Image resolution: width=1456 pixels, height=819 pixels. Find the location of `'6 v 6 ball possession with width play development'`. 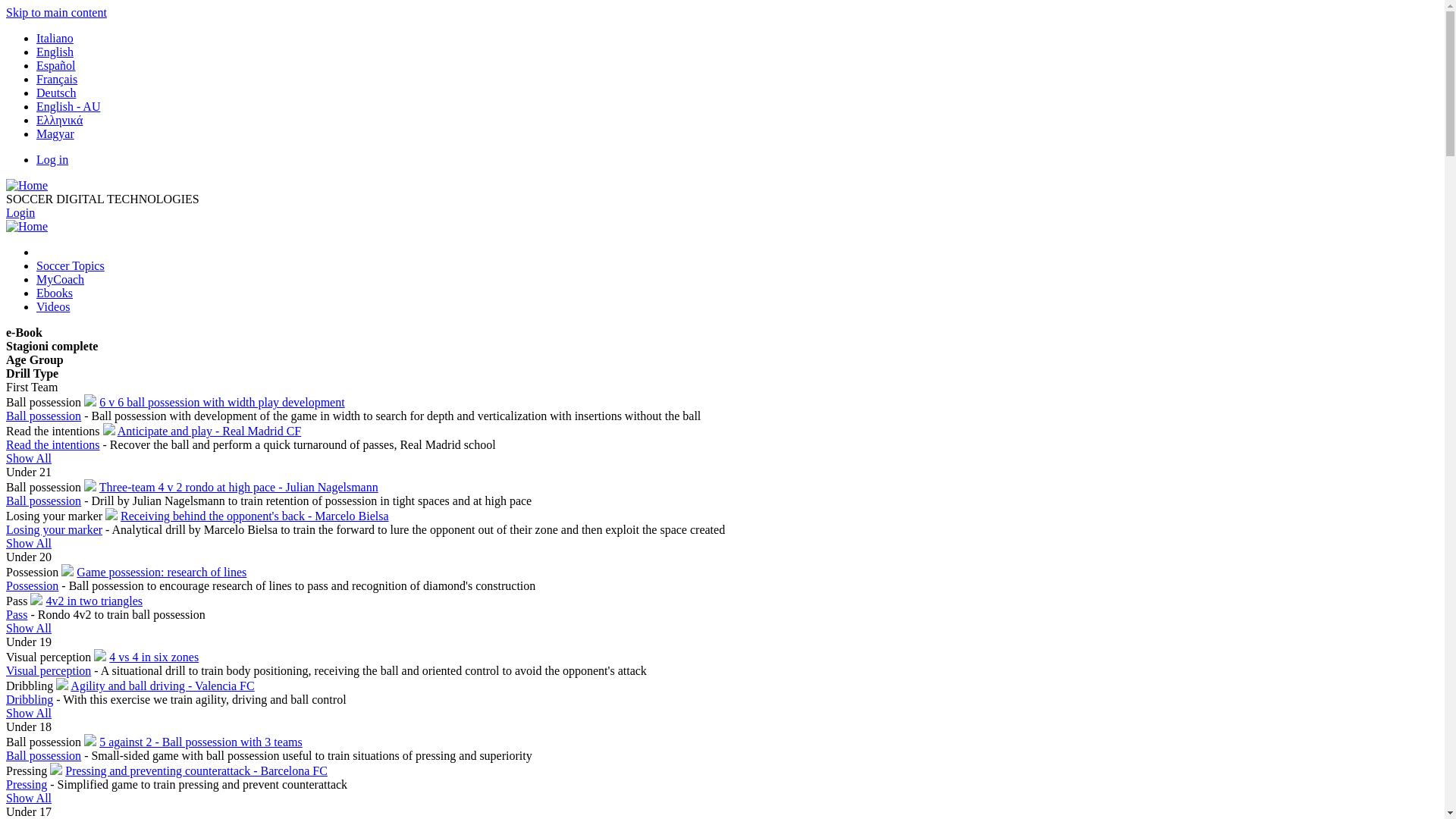

'6 v 6 ball possession with width play development' is located at coordinates (98, 401).